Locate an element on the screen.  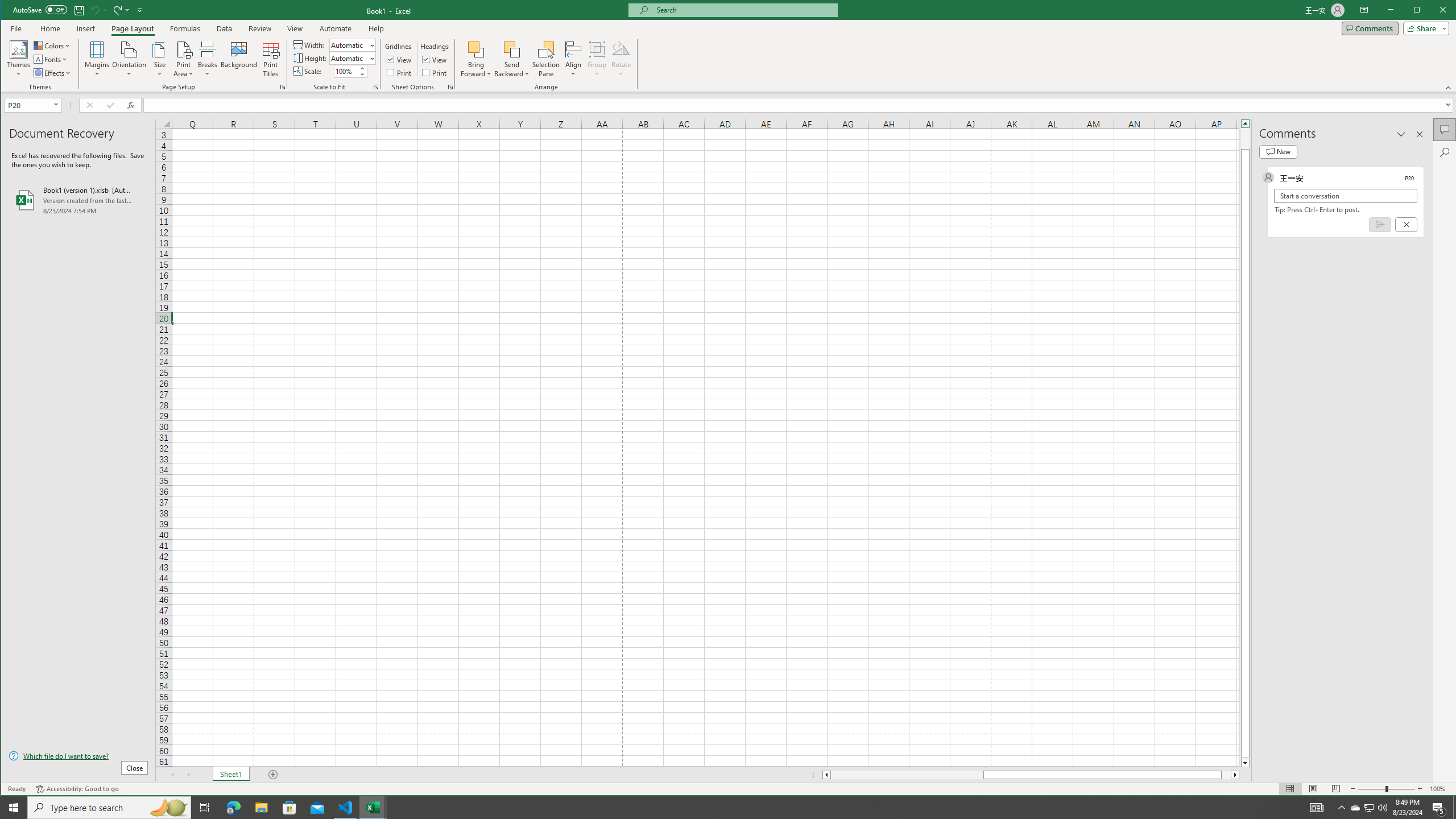
'More' is located at coordinates (435, 72).